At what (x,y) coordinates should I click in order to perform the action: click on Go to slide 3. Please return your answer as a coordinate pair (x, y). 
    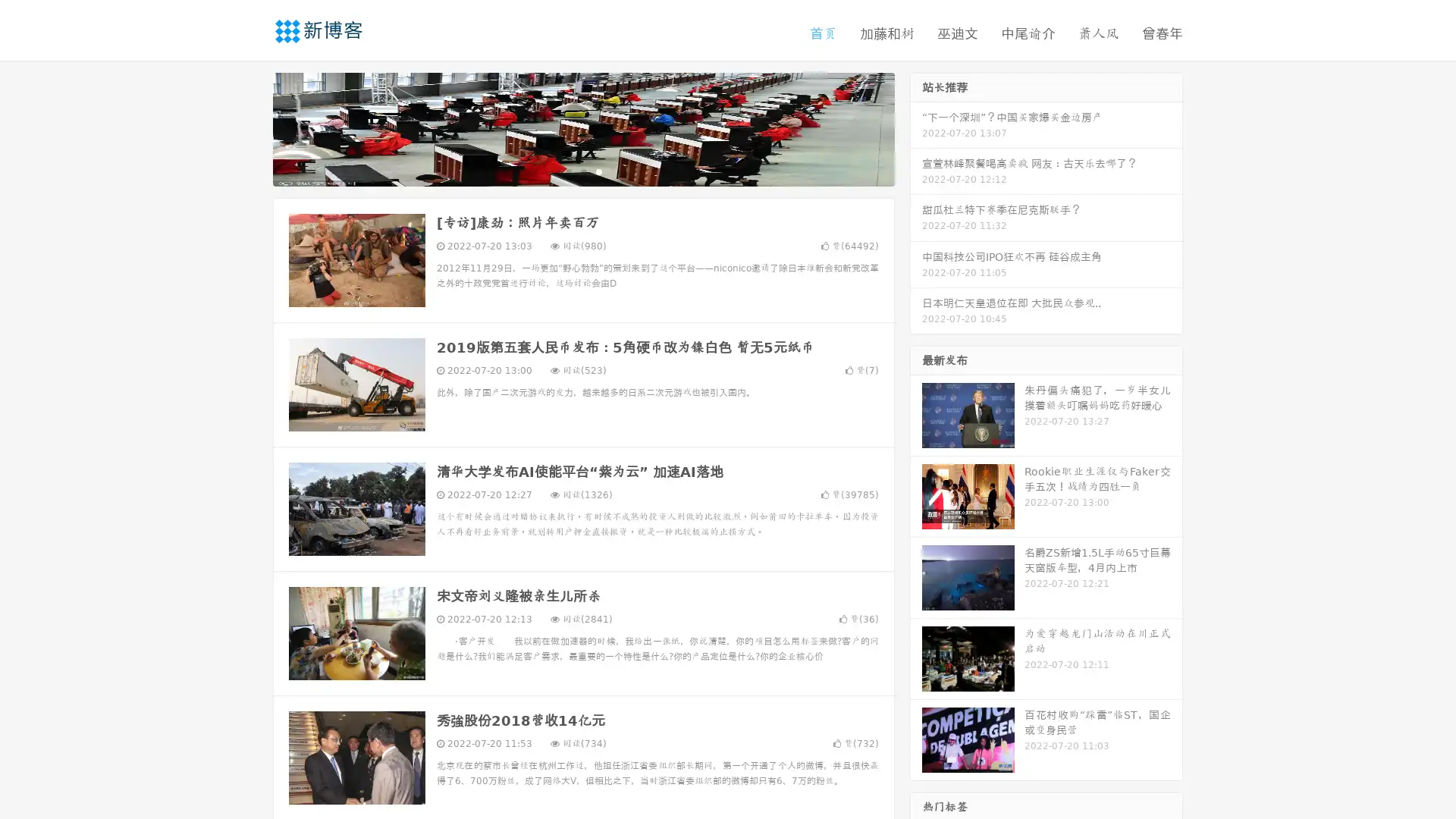
    Looking at the image, I should click on (598, 171).